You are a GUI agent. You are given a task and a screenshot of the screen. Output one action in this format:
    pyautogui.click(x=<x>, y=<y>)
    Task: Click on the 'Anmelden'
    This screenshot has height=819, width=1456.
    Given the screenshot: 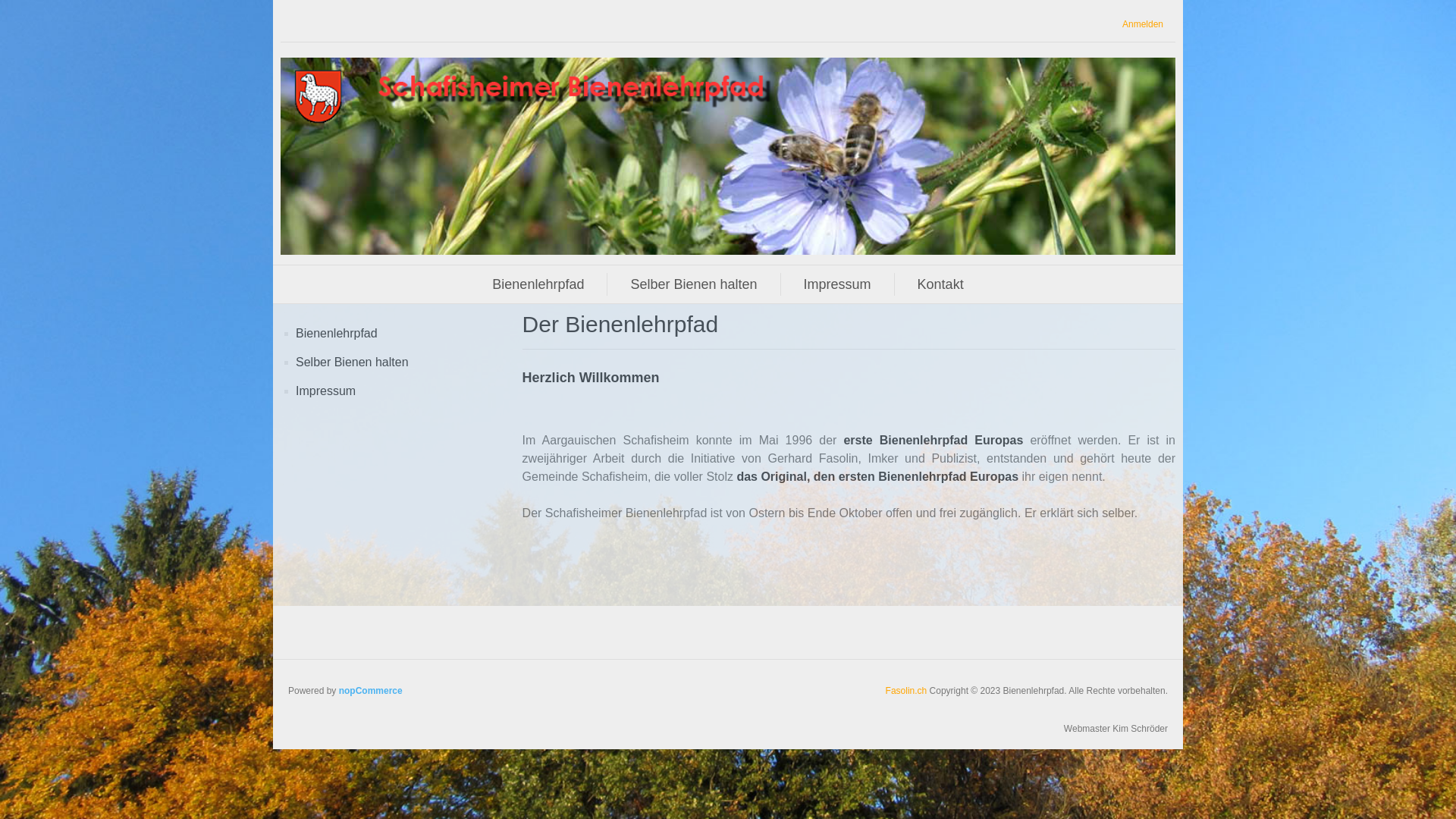 What is the action you would take?
    pyautogui.click(x=1122, y=24)
    